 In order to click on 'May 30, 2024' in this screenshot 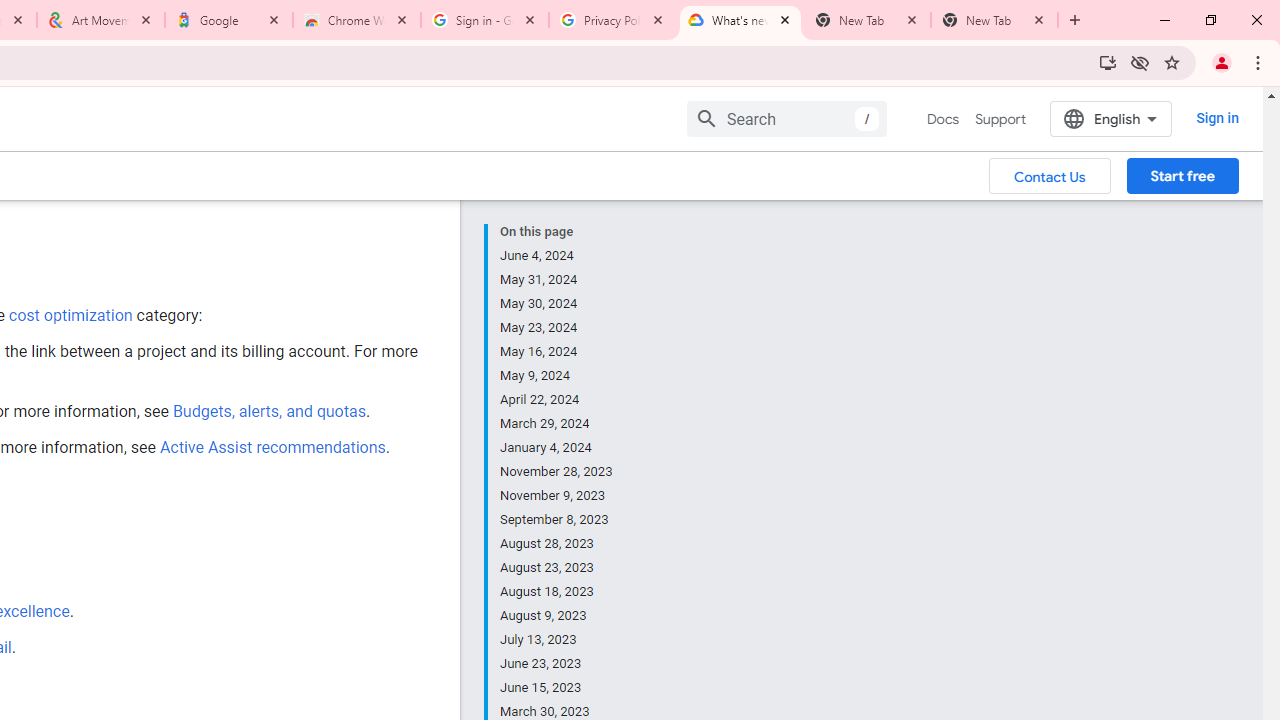, I will do `click(557, 304)`.